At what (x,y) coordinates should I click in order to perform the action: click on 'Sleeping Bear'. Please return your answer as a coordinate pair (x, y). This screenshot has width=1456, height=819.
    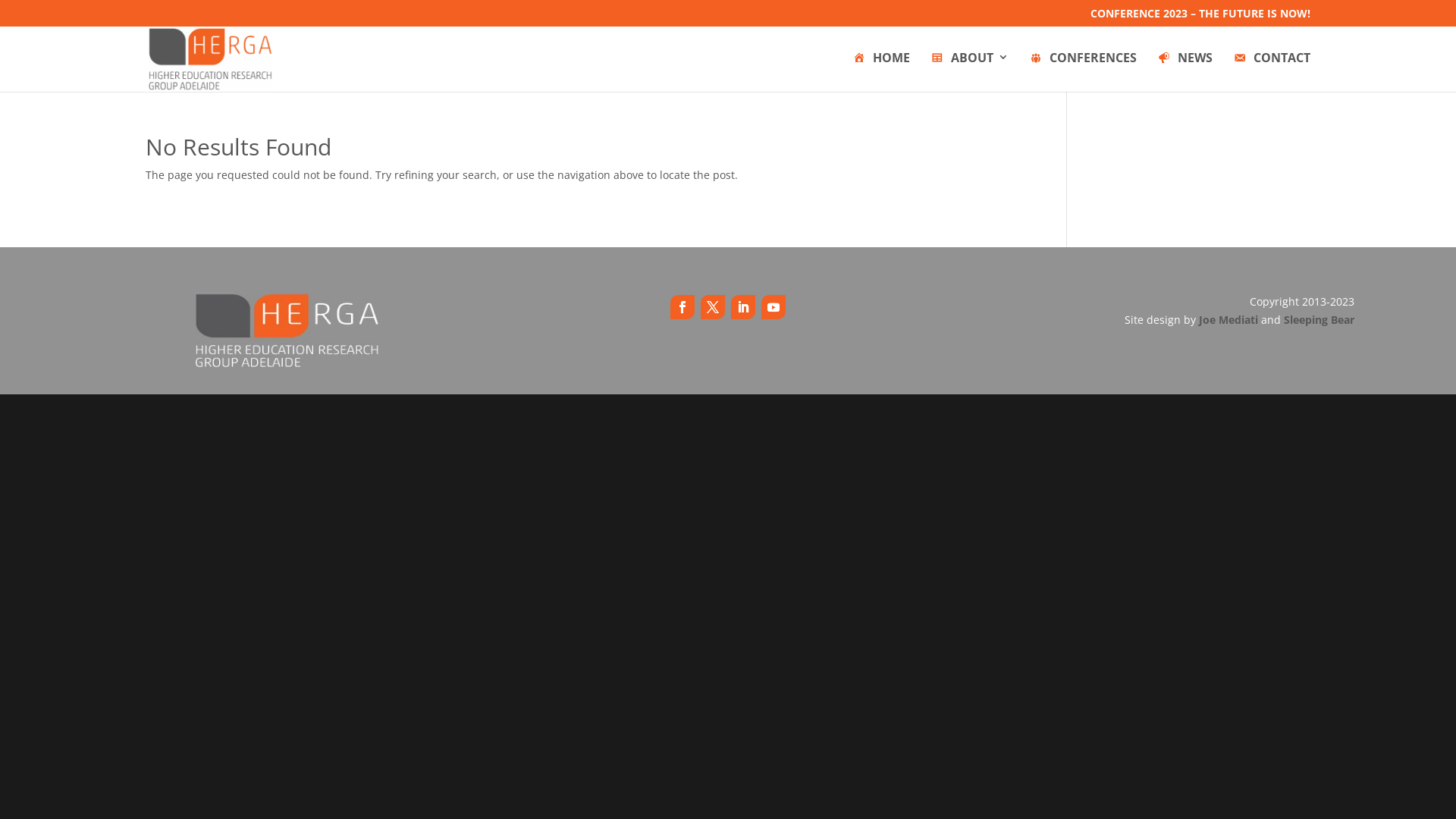
    Looking at the image, I should click on (1318, 318).